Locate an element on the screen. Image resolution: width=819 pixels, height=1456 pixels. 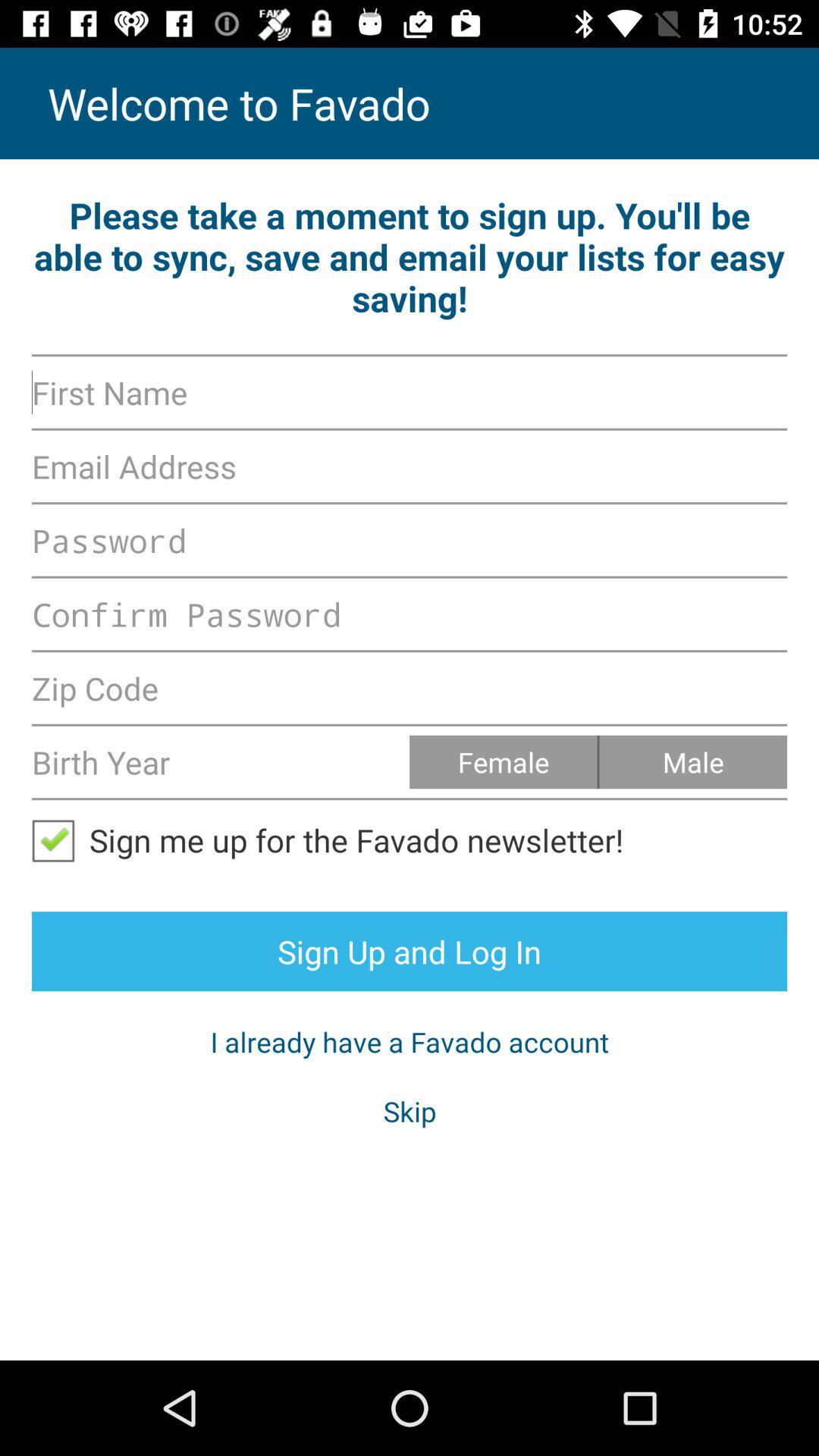
birth year is located at coordinates (220, 761).